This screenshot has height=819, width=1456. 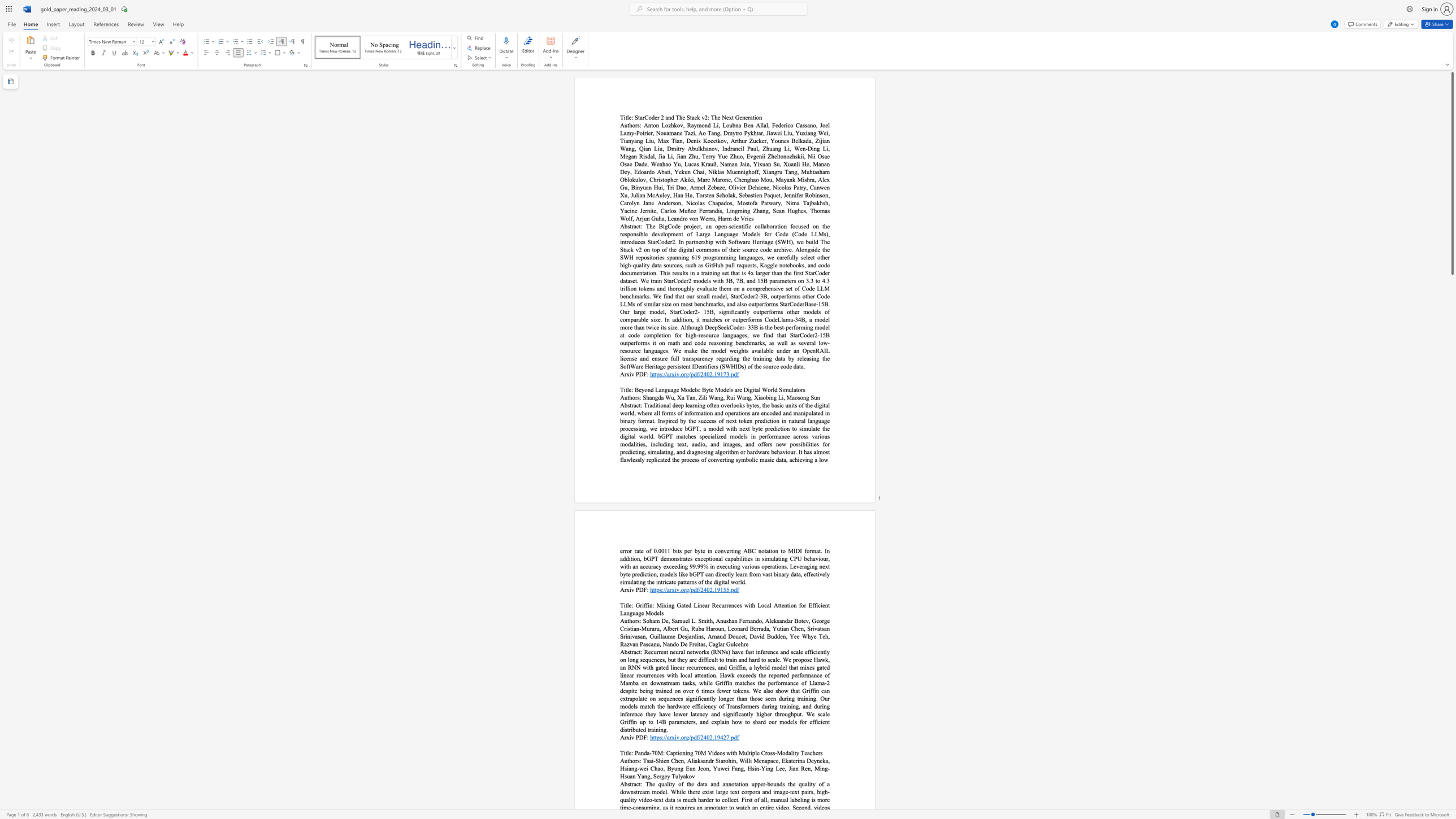 I want to click on the scrollbar to move the page down, so click(x=1451, y=652).